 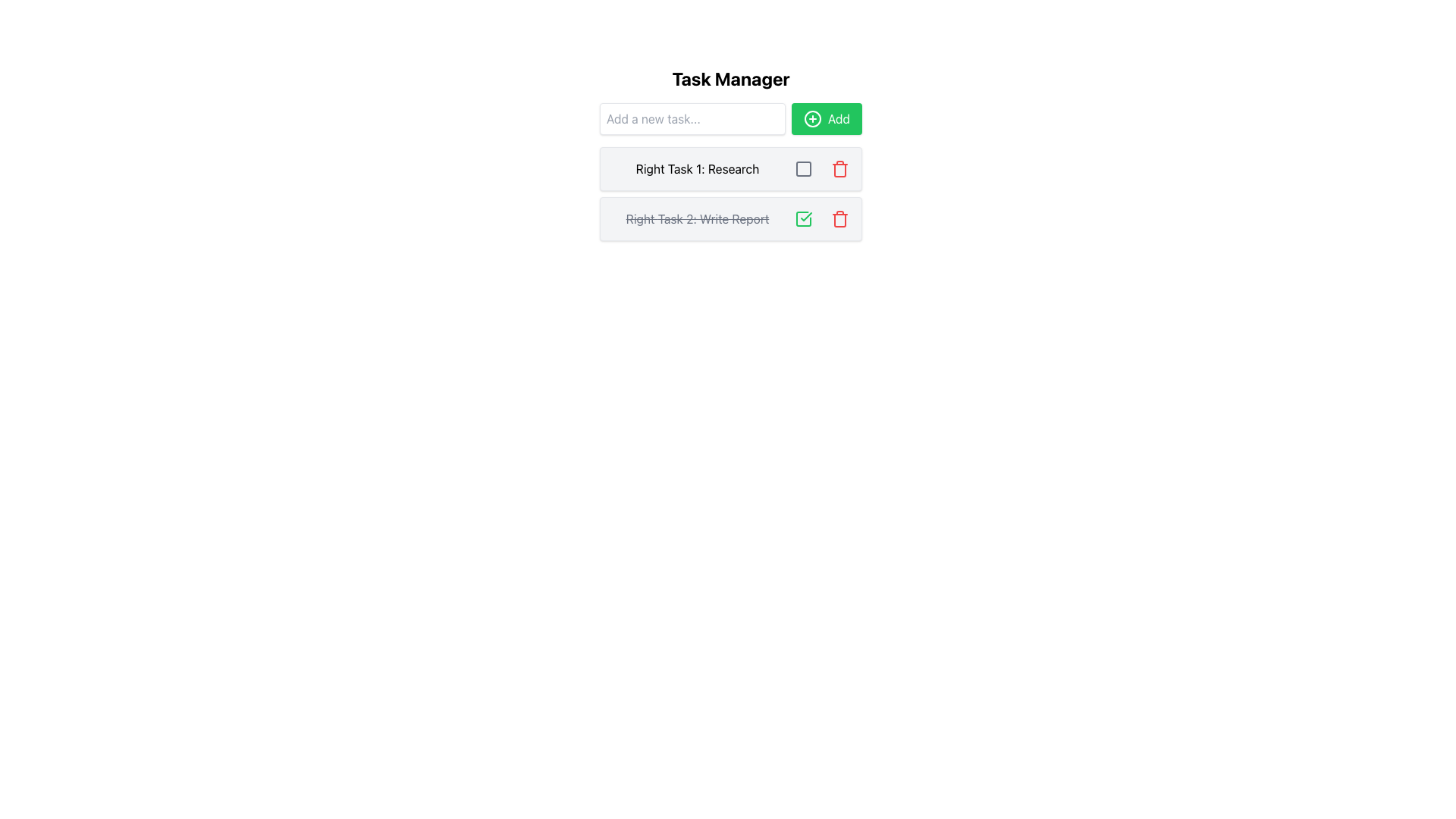 I want to click on the descriptive text label for the task 'Right Task 2: Write Report', which is part of the second task in the task list, so click(x=697, y=219).